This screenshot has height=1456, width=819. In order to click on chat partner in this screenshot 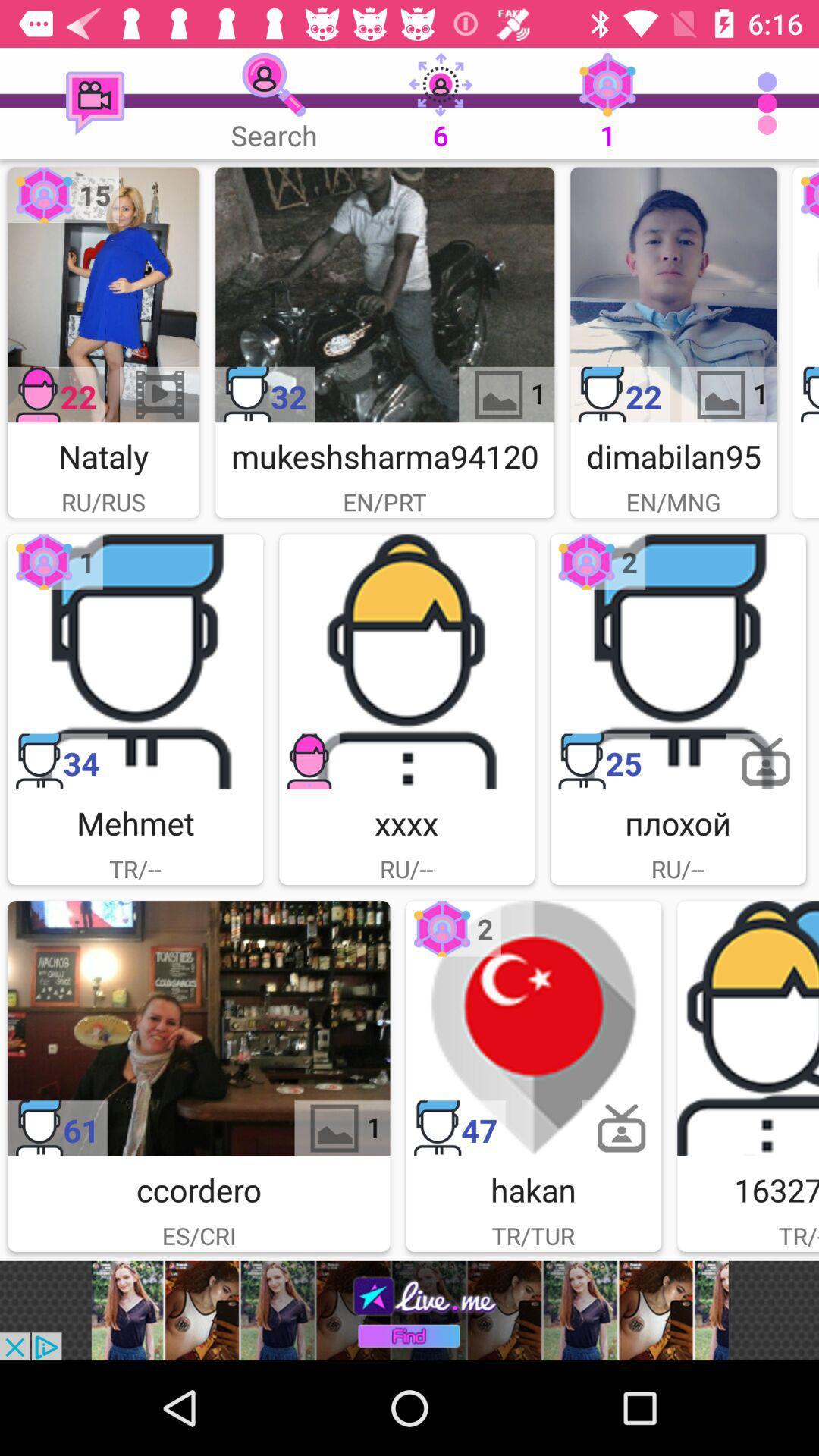, I will do `click(532, 1028)`.